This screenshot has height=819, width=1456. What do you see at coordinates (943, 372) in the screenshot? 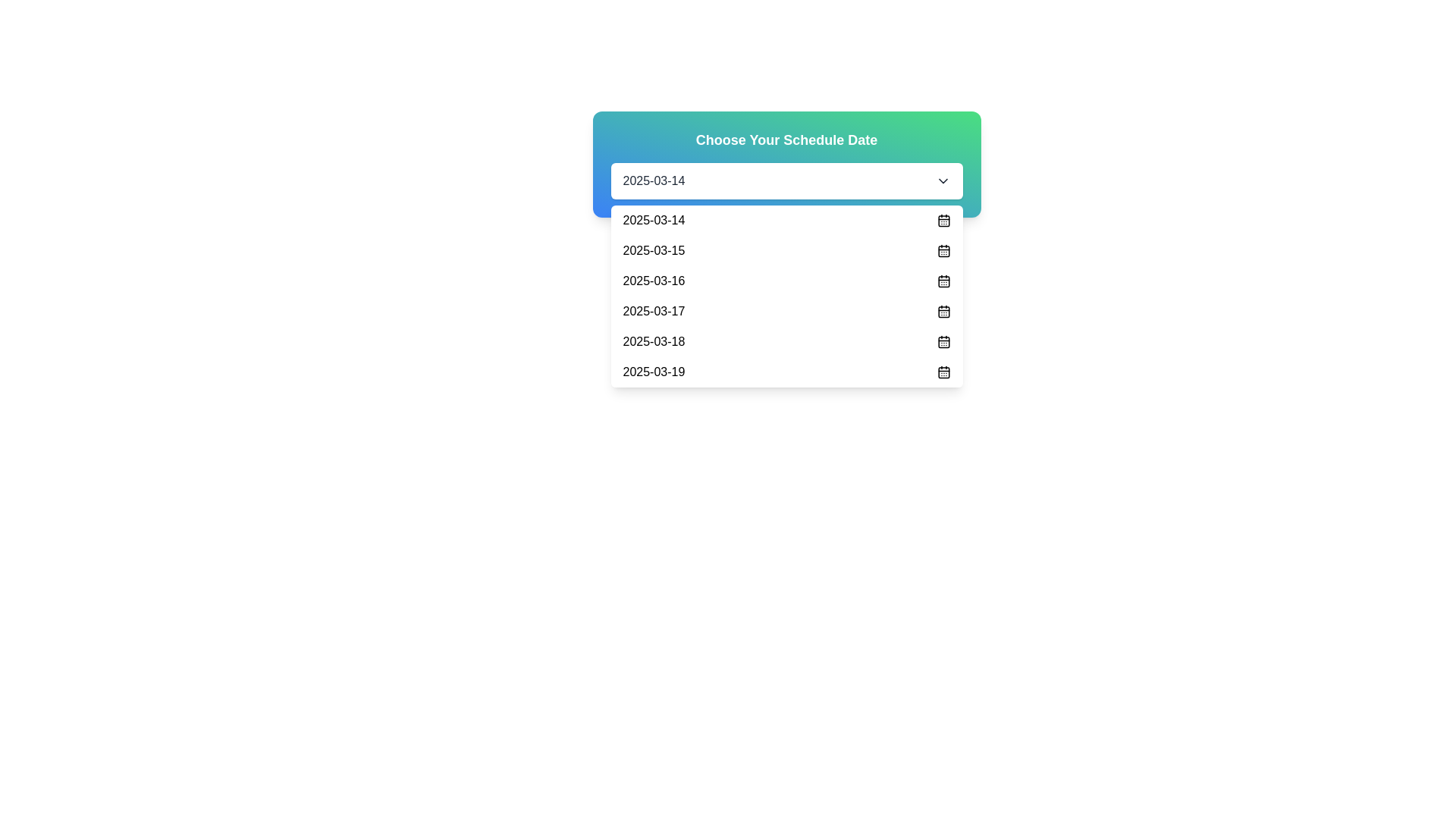
I see `the calendar icon located to the right of the last list item in the dropdown menu, aligned vertically with the date text '2025-03-19'` at bounding box center [943, 372].